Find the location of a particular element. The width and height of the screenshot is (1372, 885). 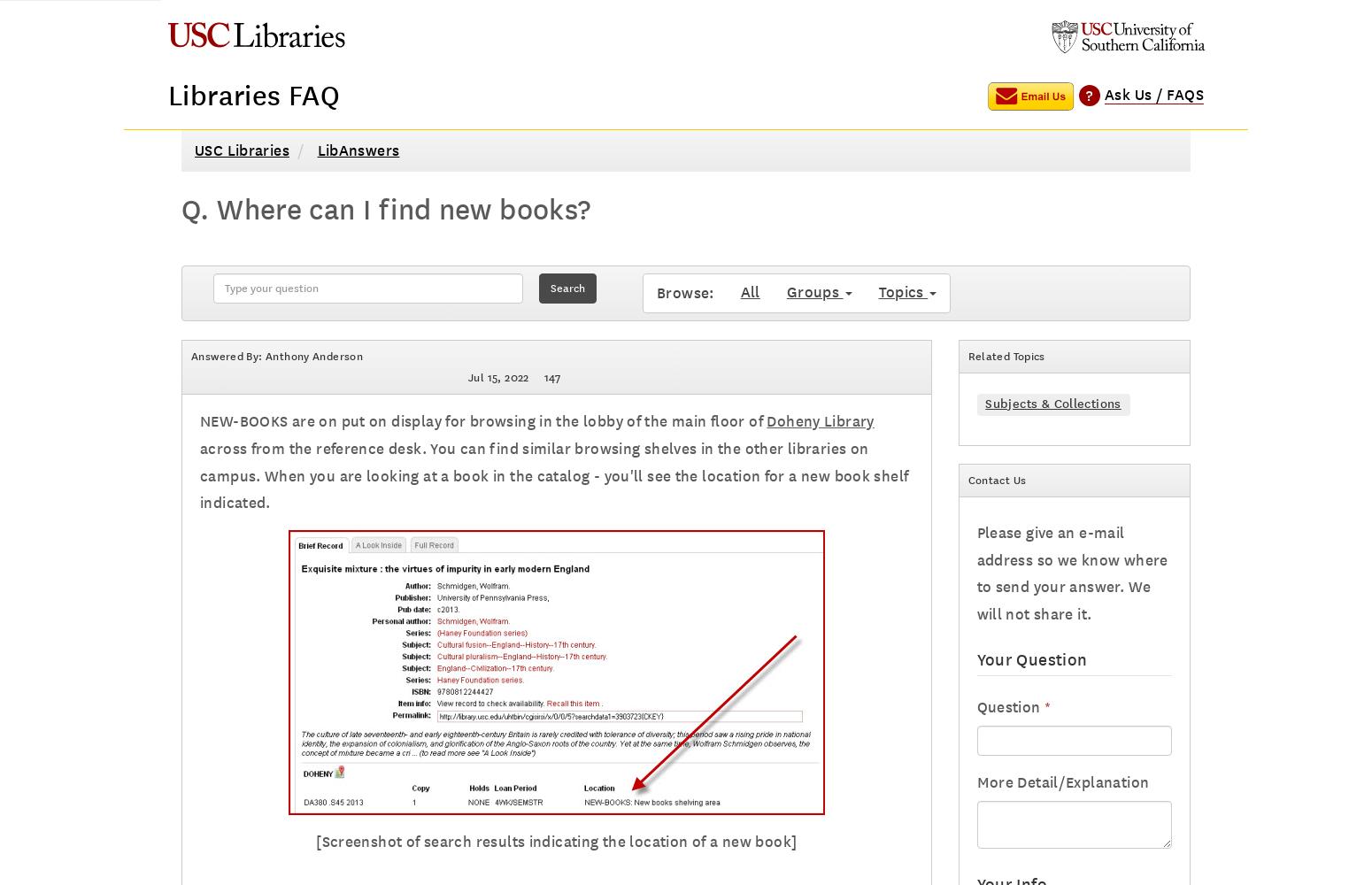

'Contact Us' is located at coordinates (996, 480).